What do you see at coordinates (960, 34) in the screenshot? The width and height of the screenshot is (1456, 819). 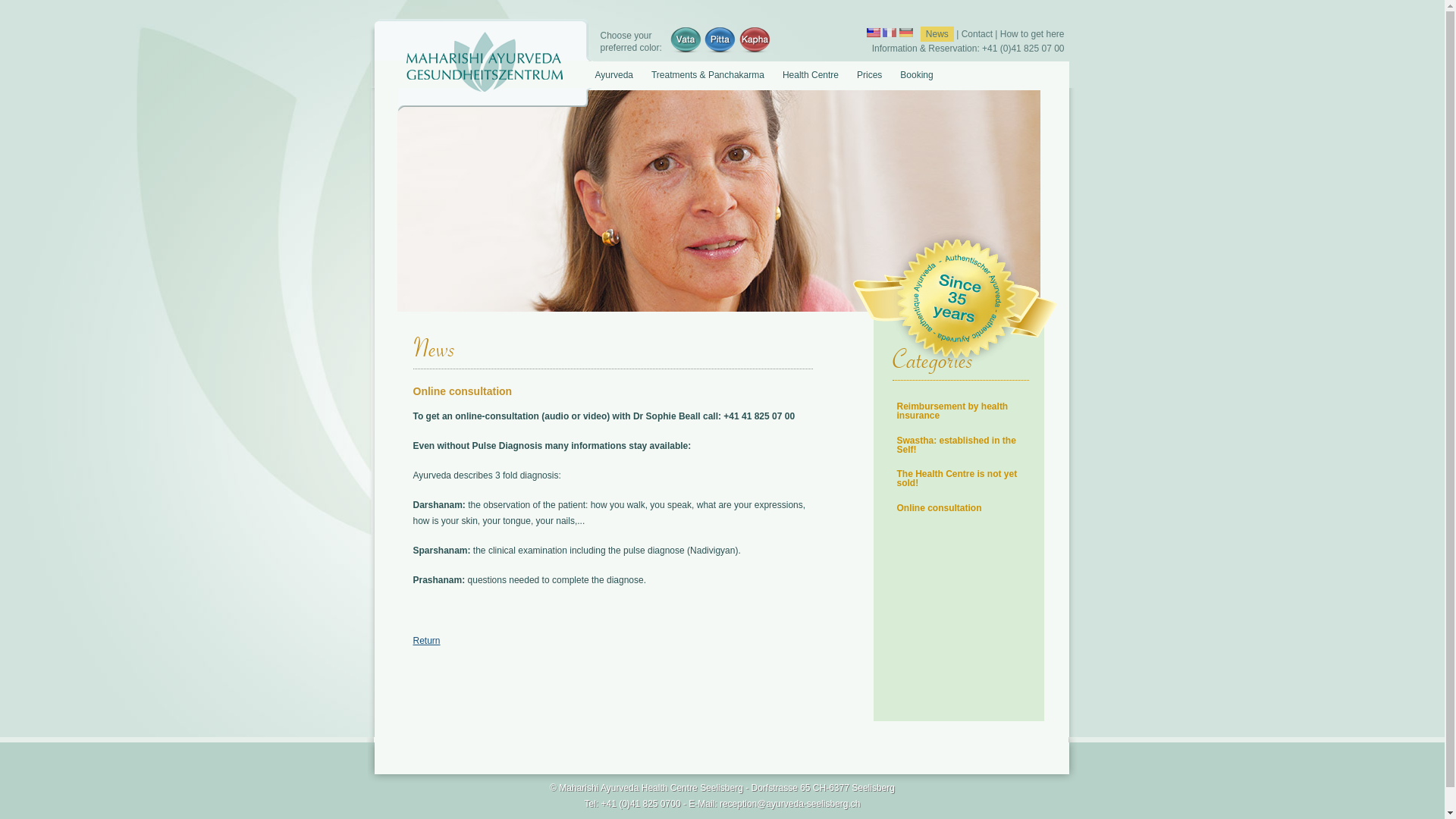 I see `'Contact'` at bounding box center [960, 34].